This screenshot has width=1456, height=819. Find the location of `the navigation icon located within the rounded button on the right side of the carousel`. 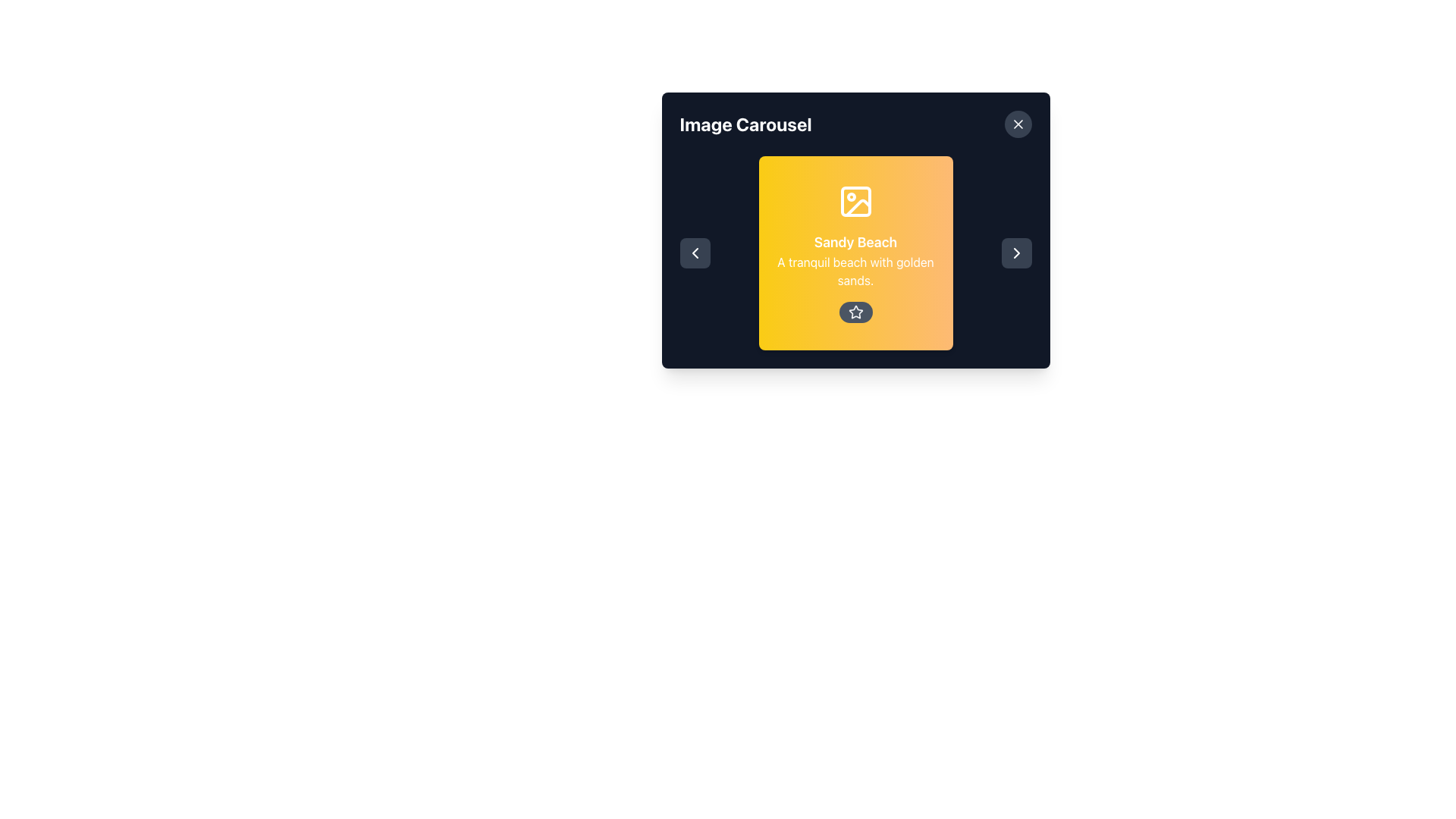

the navigation icon located within the rounded button on the right side of the carousel is located at coordinates (1016, 253).